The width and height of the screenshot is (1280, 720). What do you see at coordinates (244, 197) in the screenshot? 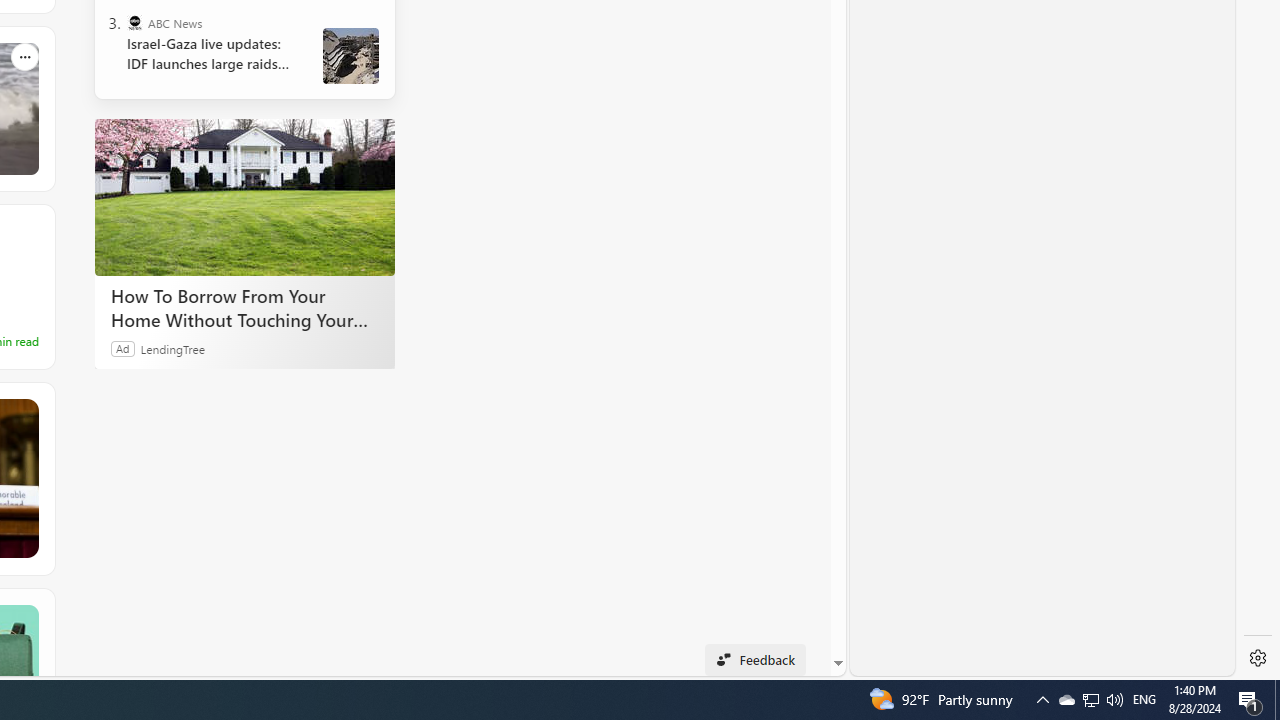
I see `'How To Borrow From Your Home Without Touching Your Mortgage'` at bounding box center [244, 197].